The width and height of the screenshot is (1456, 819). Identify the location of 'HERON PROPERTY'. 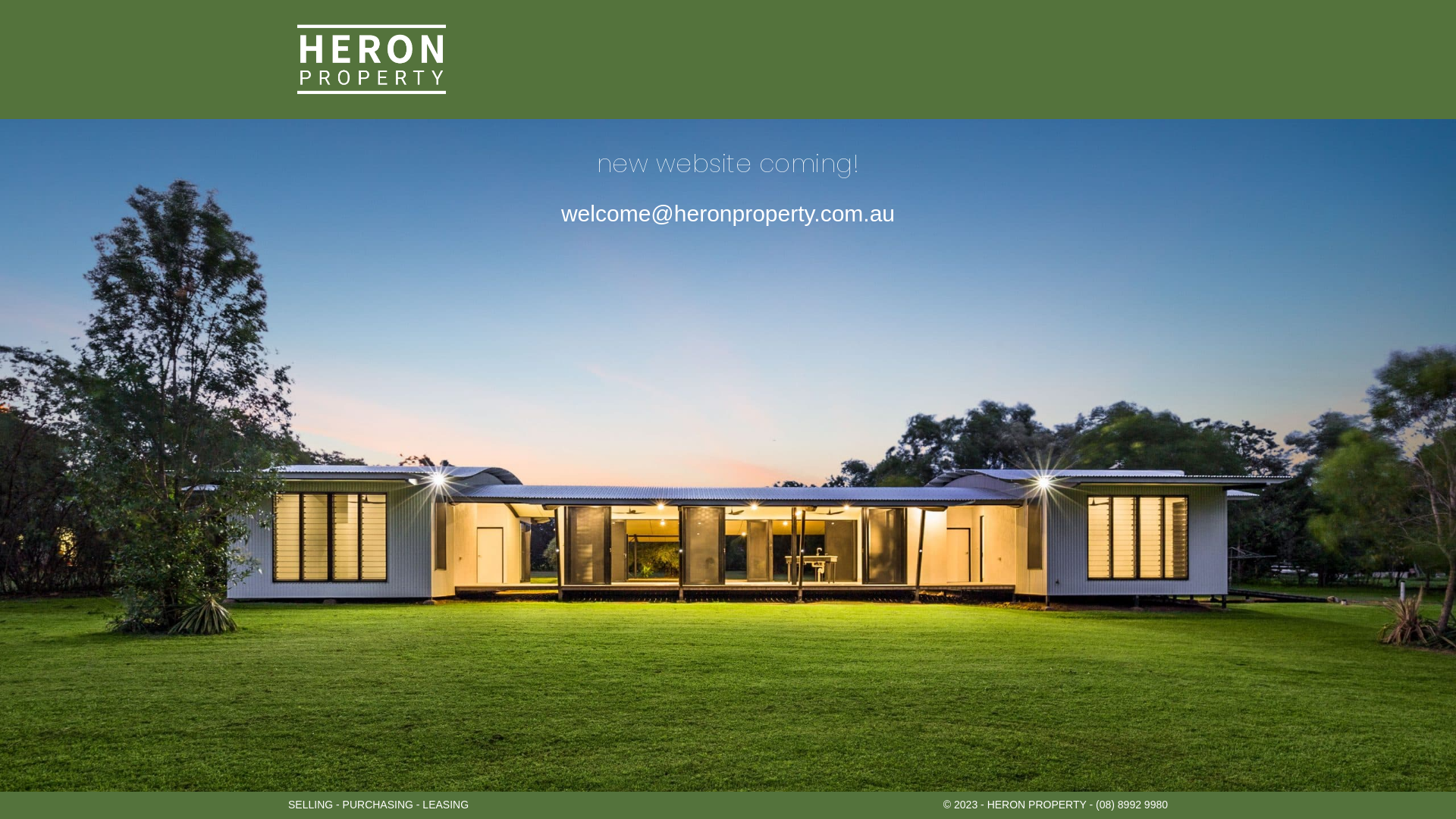
(287, 58).